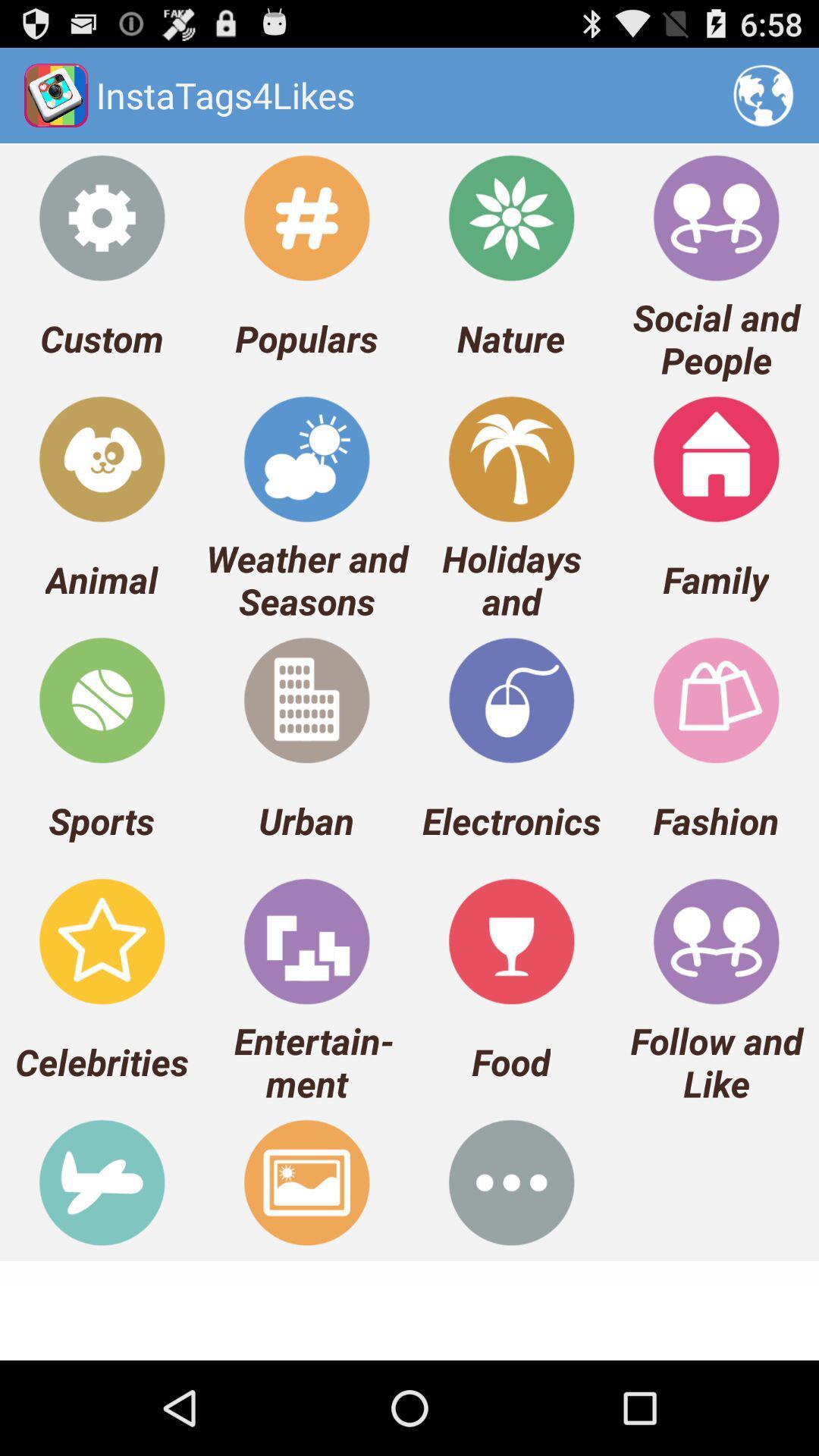  What do you see at coordinates (511, 458) in the screenshot?
I see `the holidays and icon` at bounding box center [511, 458].